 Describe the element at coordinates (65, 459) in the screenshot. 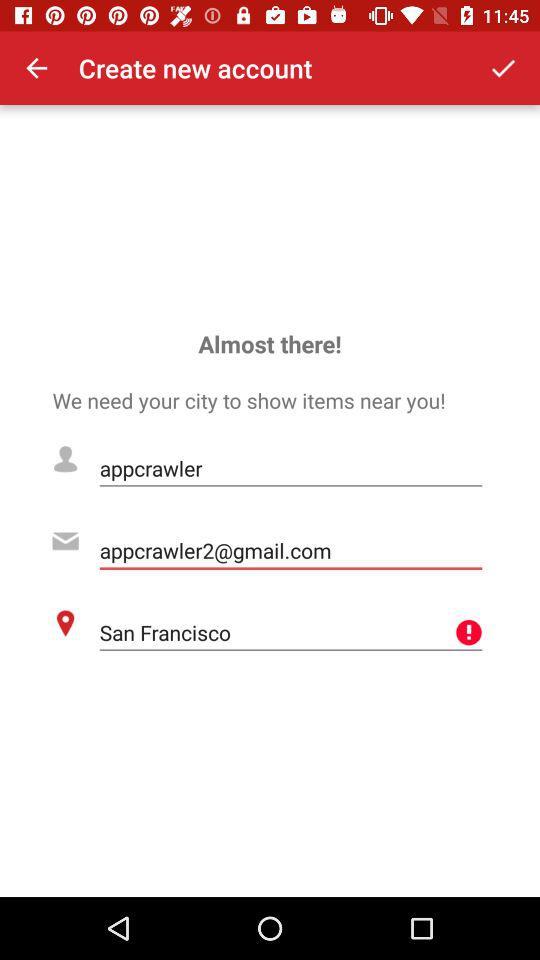

I see `the human icon left to appcrawler` at that location.